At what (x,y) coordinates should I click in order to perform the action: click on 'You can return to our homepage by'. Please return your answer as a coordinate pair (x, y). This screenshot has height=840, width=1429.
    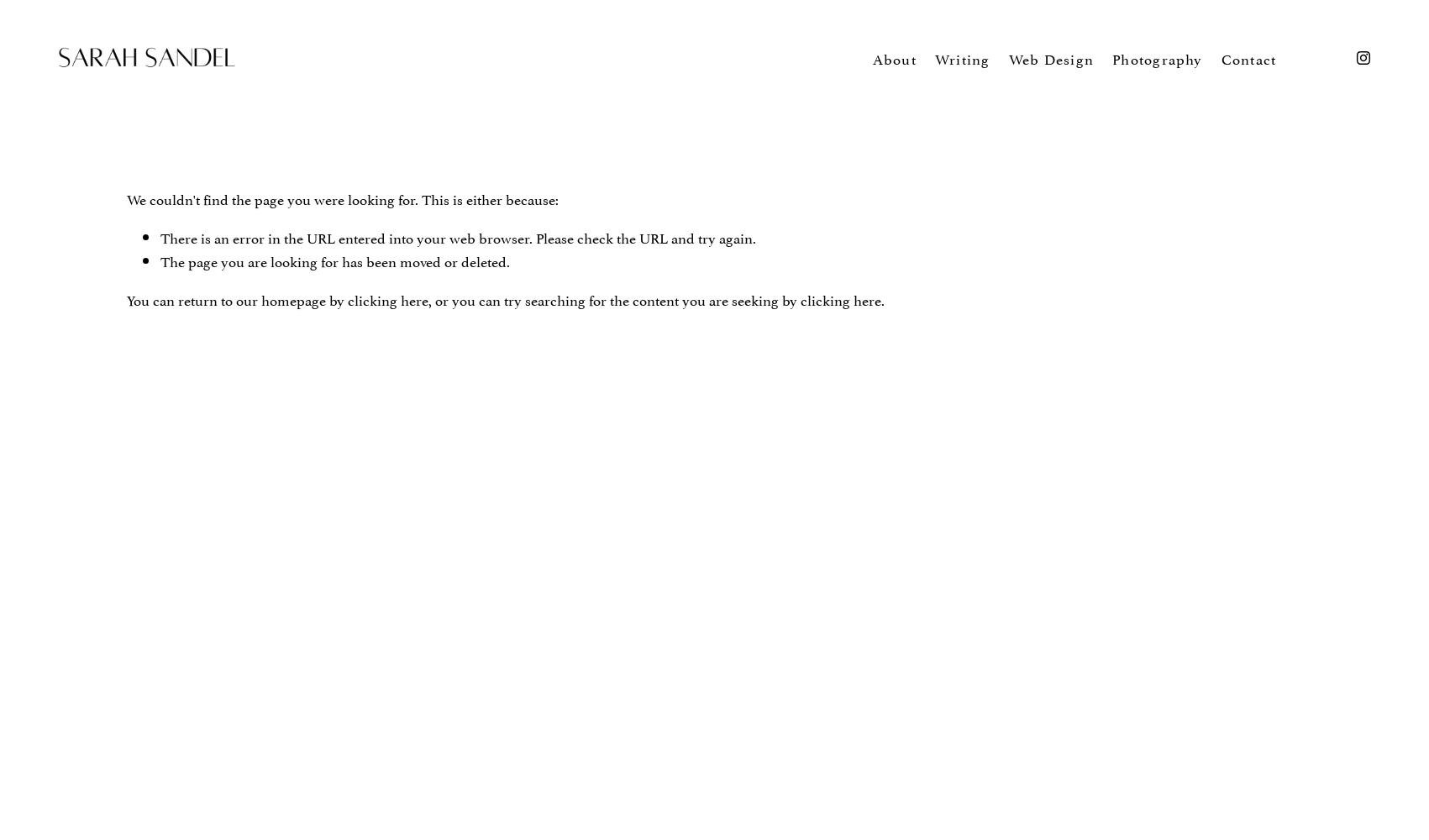
    Looking at the image, I should click on (236, 297).